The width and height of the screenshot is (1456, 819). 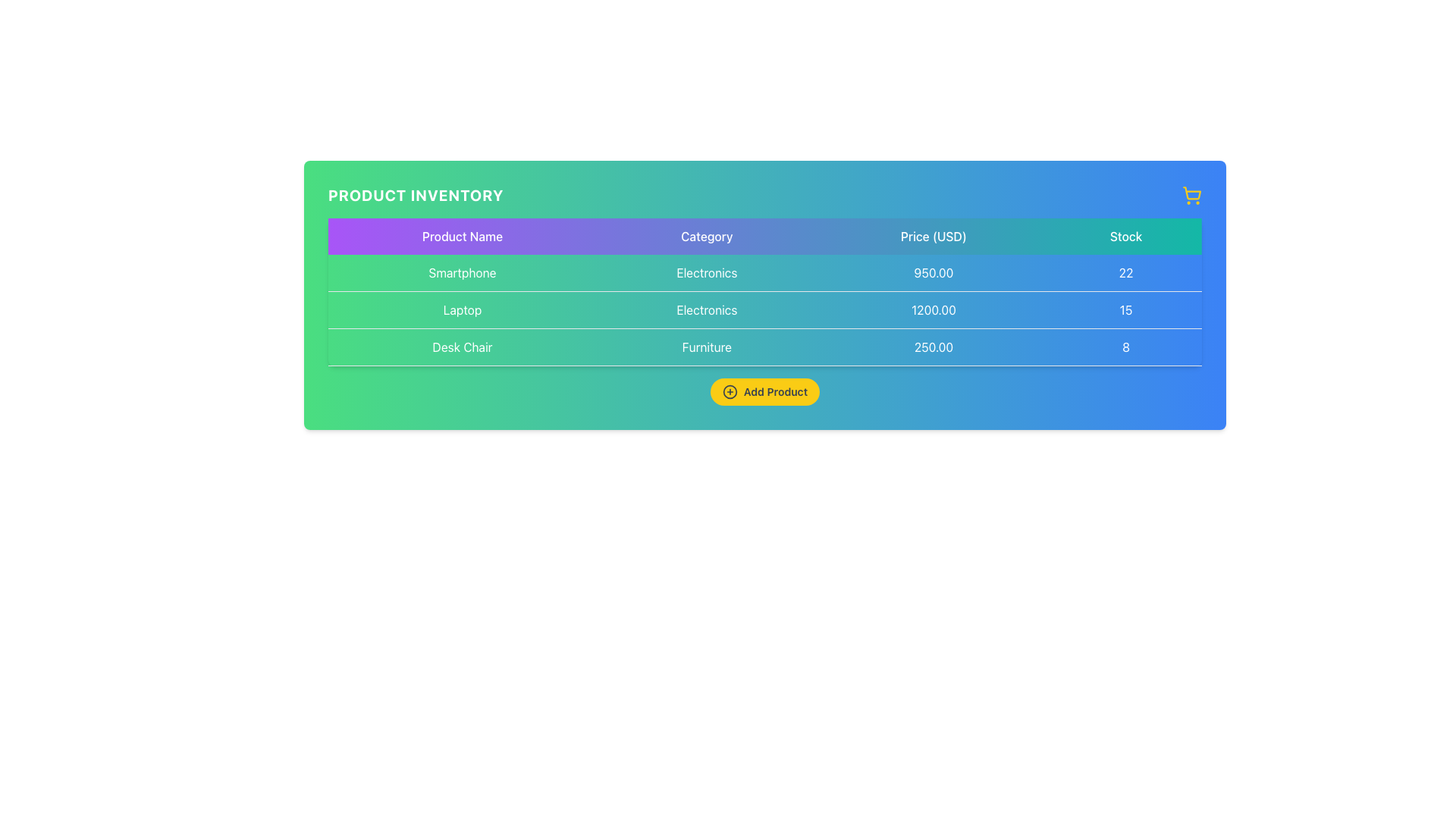 What do you see at coordinates (775, 391) in the screenshot?
I see `the 'Add Product' text label which is inside a rounded button at the bottom center of the 'Product Inventory' section` at bounding box center [775, 391].